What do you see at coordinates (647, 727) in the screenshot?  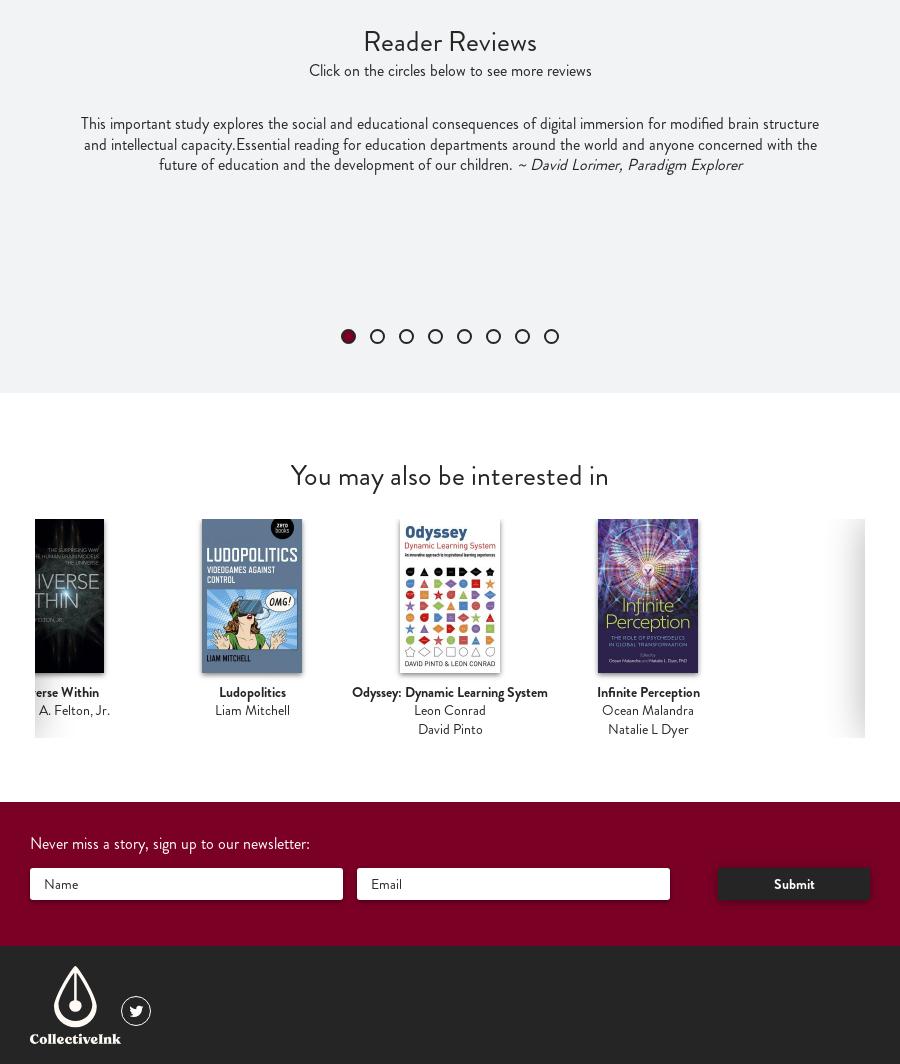 I see `'Natalie L Dyer'` at bounding box center [647, 727].